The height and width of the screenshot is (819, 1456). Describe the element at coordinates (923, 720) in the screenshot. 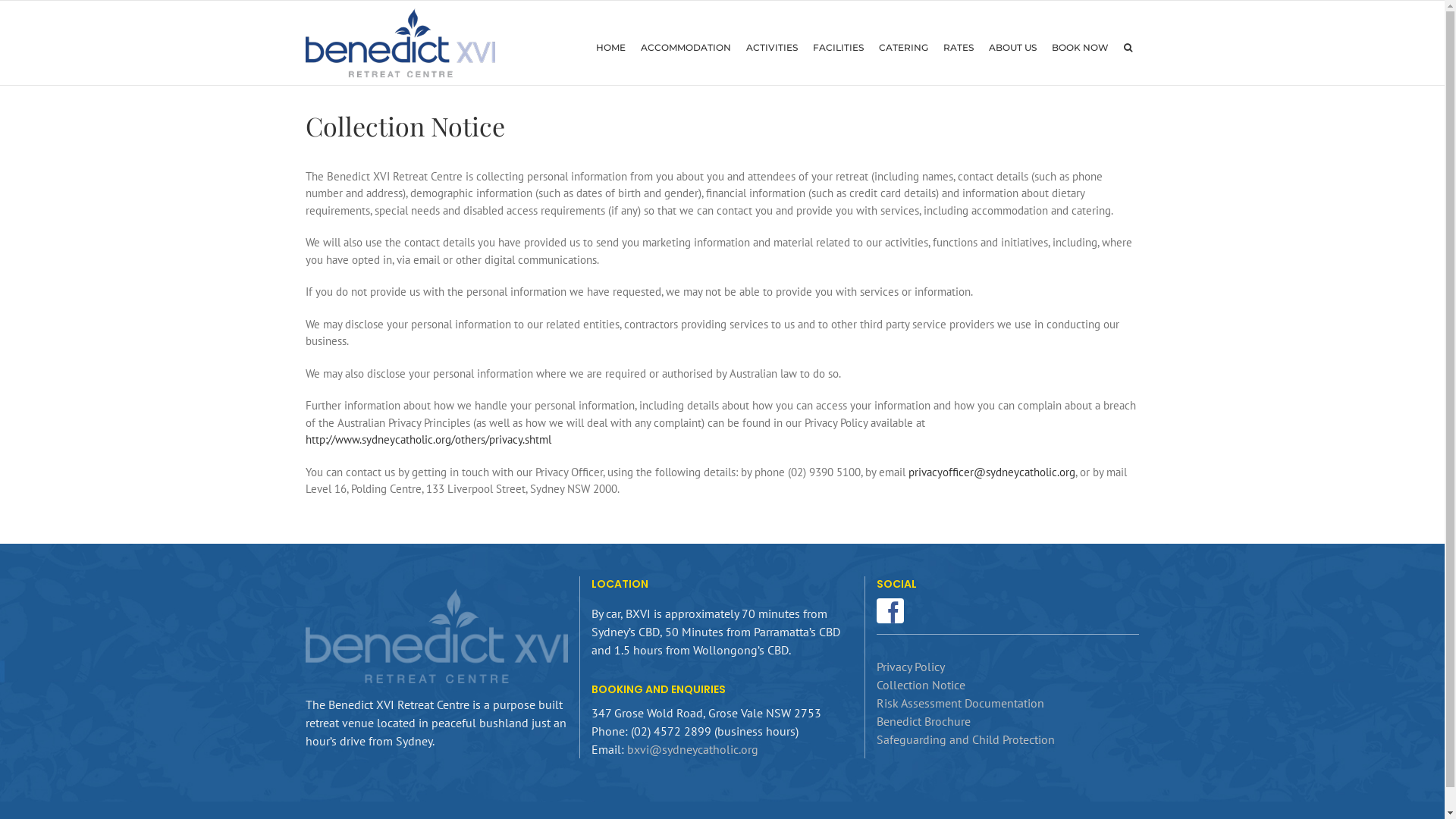

I see `'Benedict Brochure'` at that location.